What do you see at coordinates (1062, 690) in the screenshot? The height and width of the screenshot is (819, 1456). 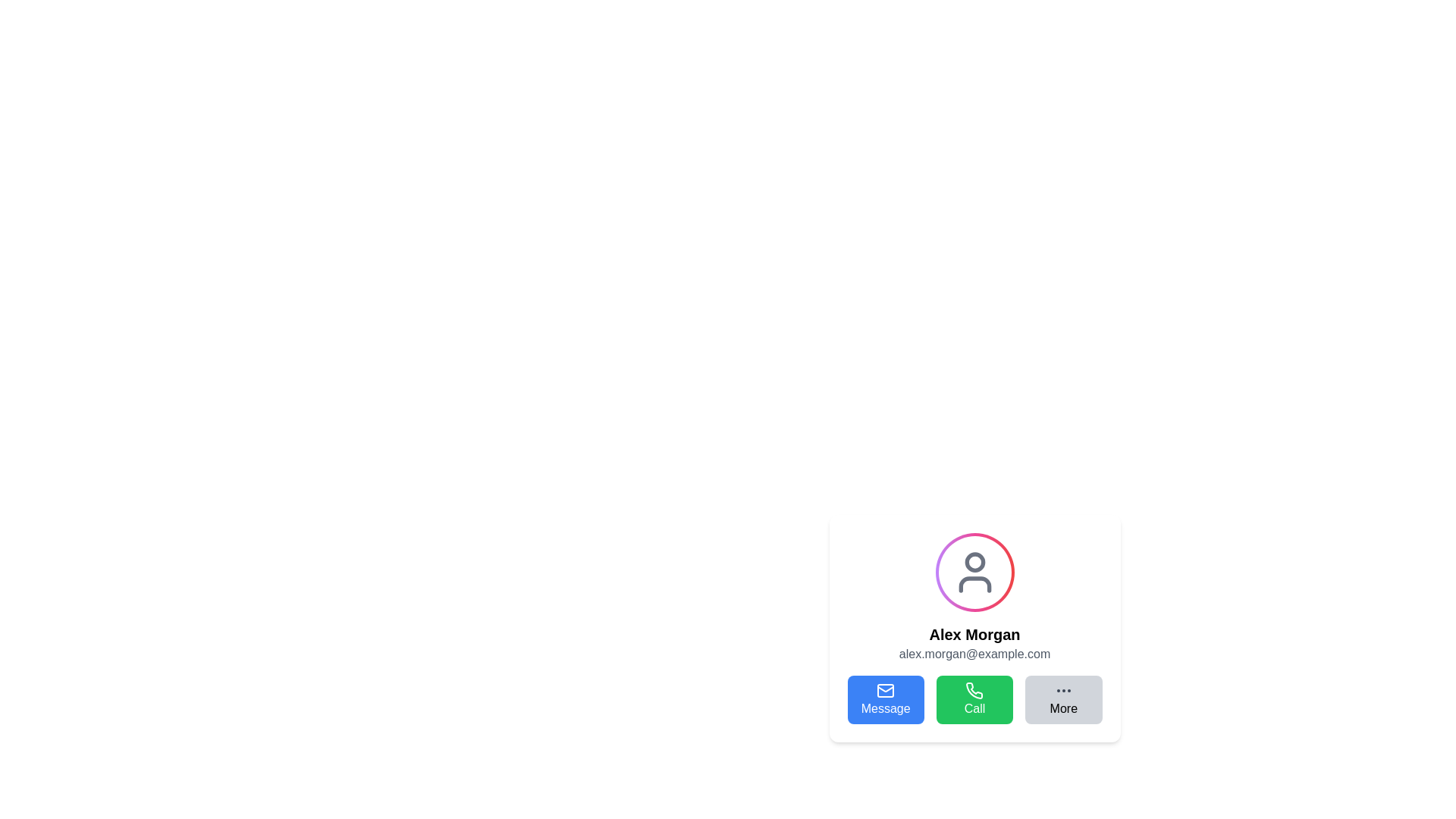 I see `the ellipsis icon, which is represented by three vertical dots` at bounding box center [1062, 690].